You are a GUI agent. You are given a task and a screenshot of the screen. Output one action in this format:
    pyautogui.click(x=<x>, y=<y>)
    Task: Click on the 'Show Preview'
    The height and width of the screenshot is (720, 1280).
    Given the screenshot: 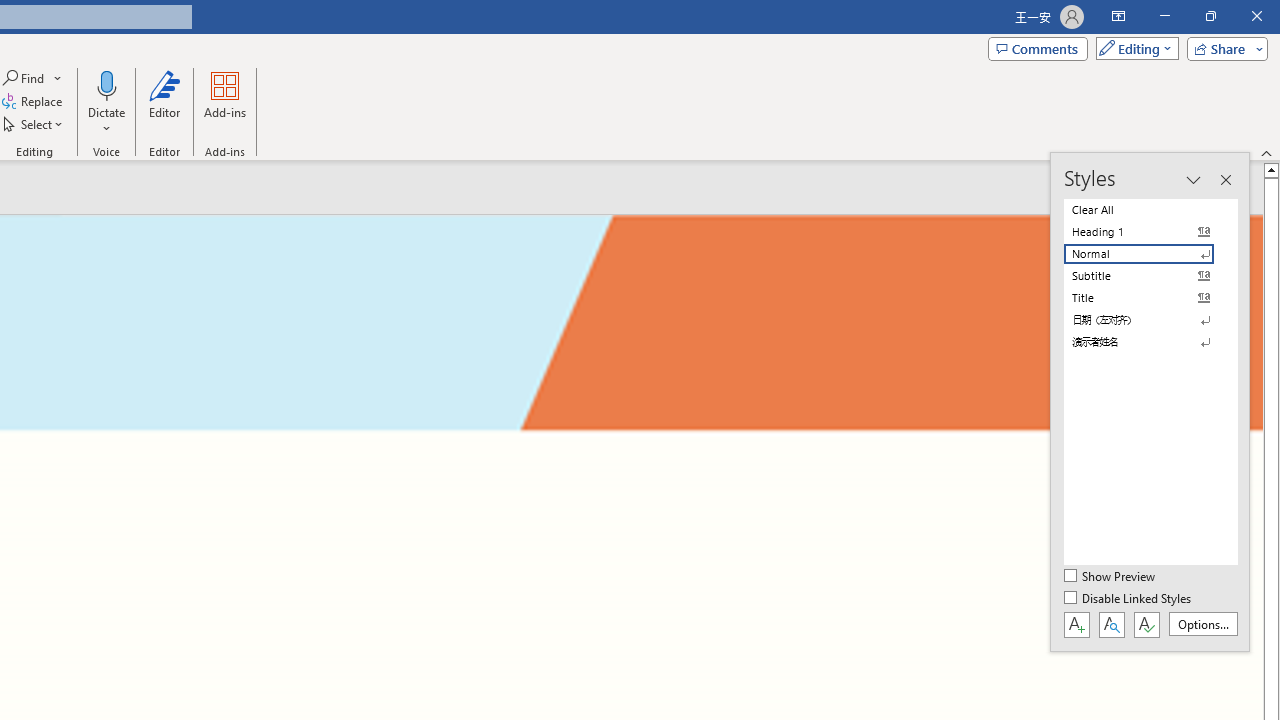 What is the action you would take?
    pyautogui.click(x=1110, y=577)
    